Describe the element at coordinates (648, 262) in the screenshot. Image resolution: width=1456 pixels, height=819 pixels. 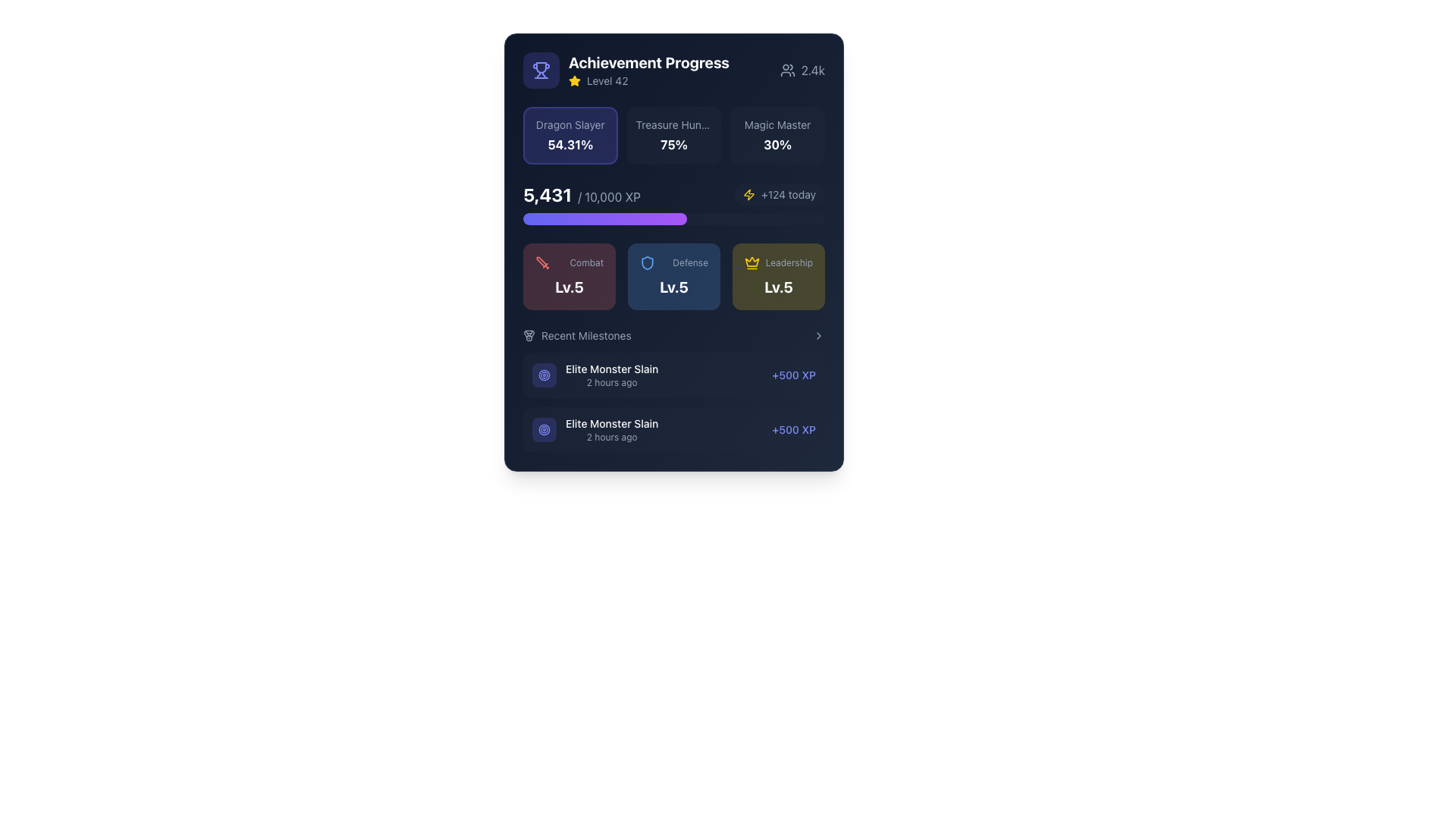
I see `the defense category icon located in the 'Defense Lv.5' section of the card layout` at that location.